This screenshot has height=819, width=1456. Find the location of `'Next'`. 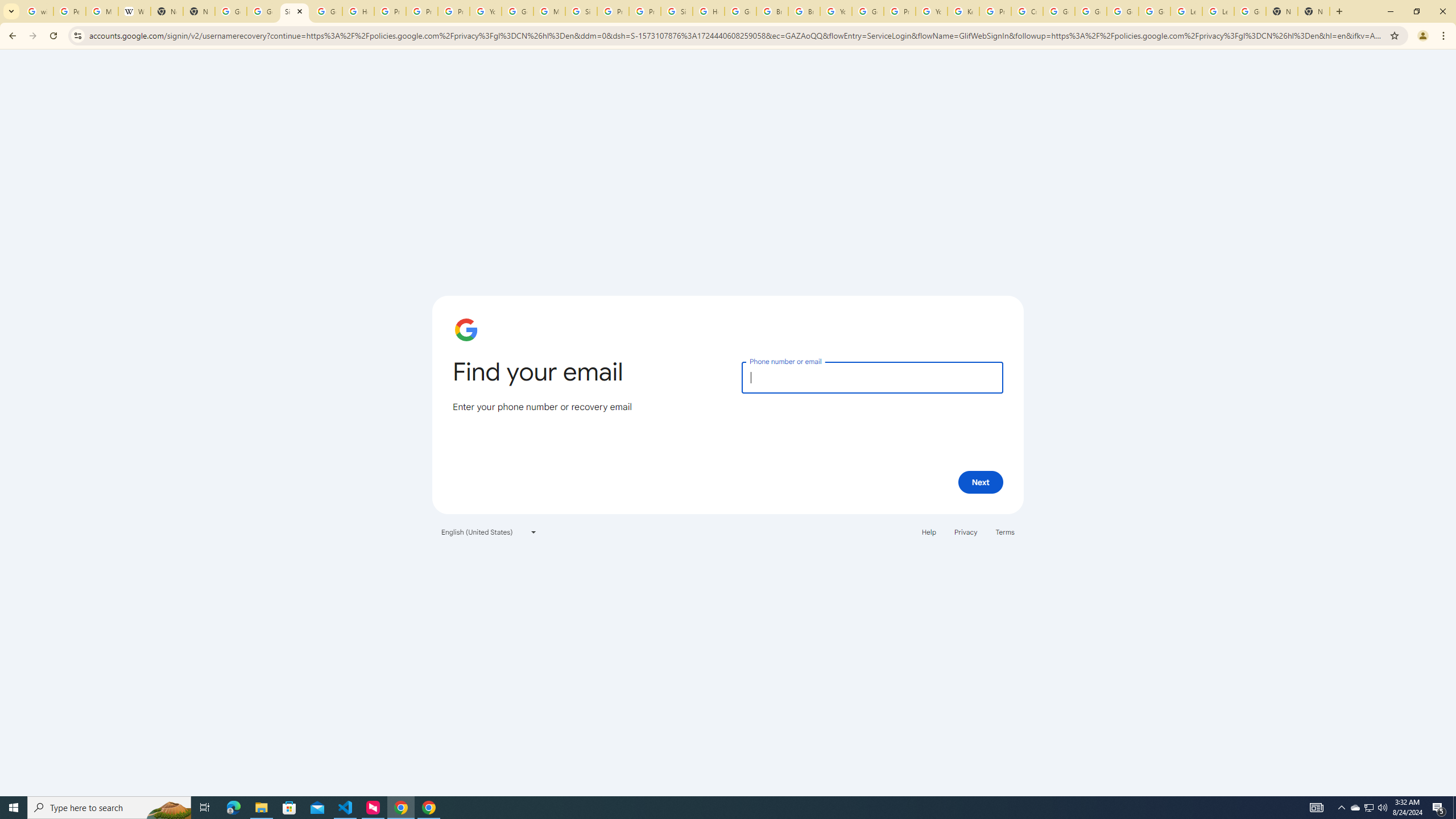

'Next' is located at coordinates (981, 481).